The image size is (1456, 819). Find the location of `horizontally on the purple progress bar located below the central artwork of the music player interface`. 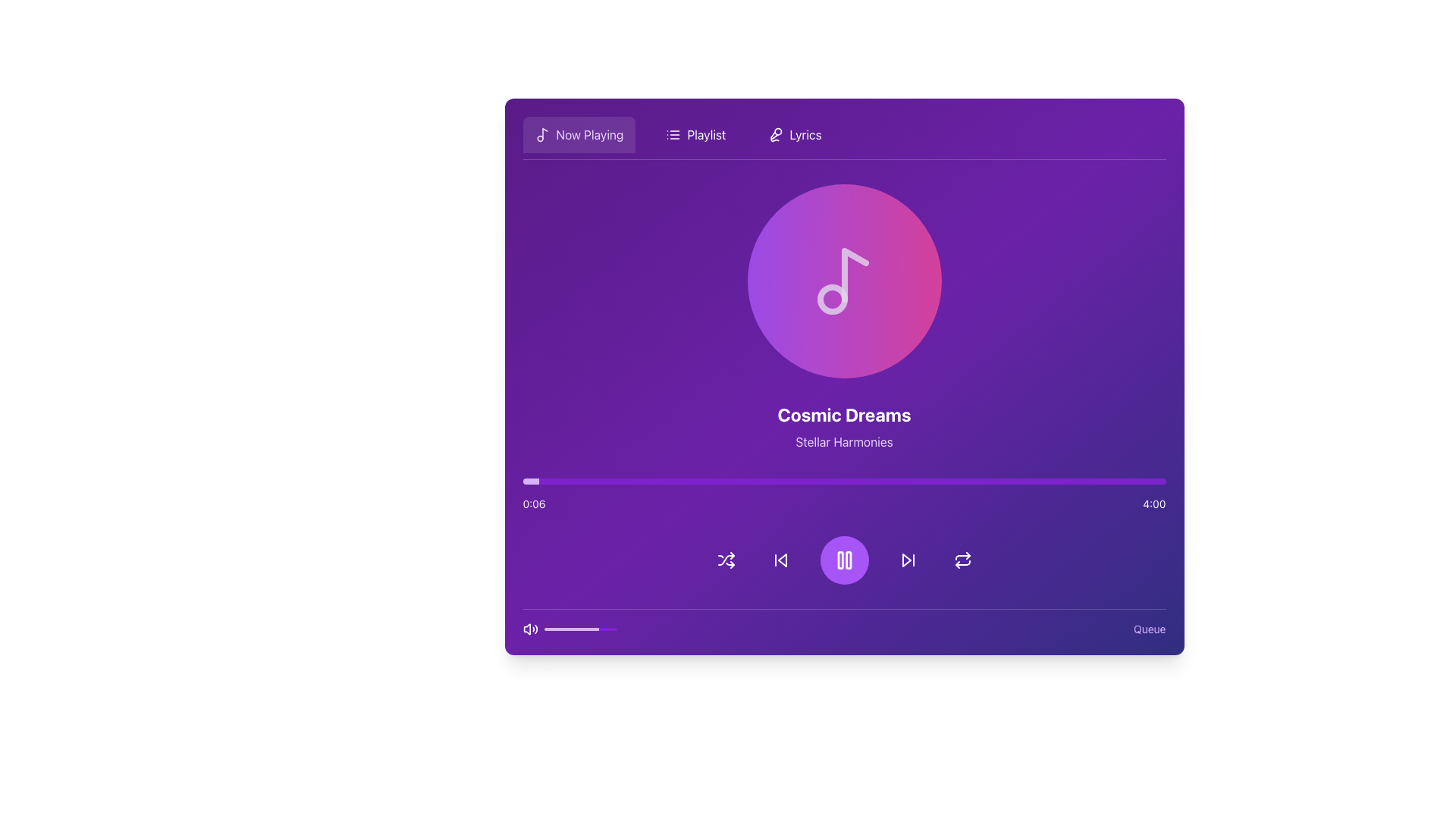

horizontally on the purple progress bar located below the central artwork of the music player interface is located at coordinates (843, 479).